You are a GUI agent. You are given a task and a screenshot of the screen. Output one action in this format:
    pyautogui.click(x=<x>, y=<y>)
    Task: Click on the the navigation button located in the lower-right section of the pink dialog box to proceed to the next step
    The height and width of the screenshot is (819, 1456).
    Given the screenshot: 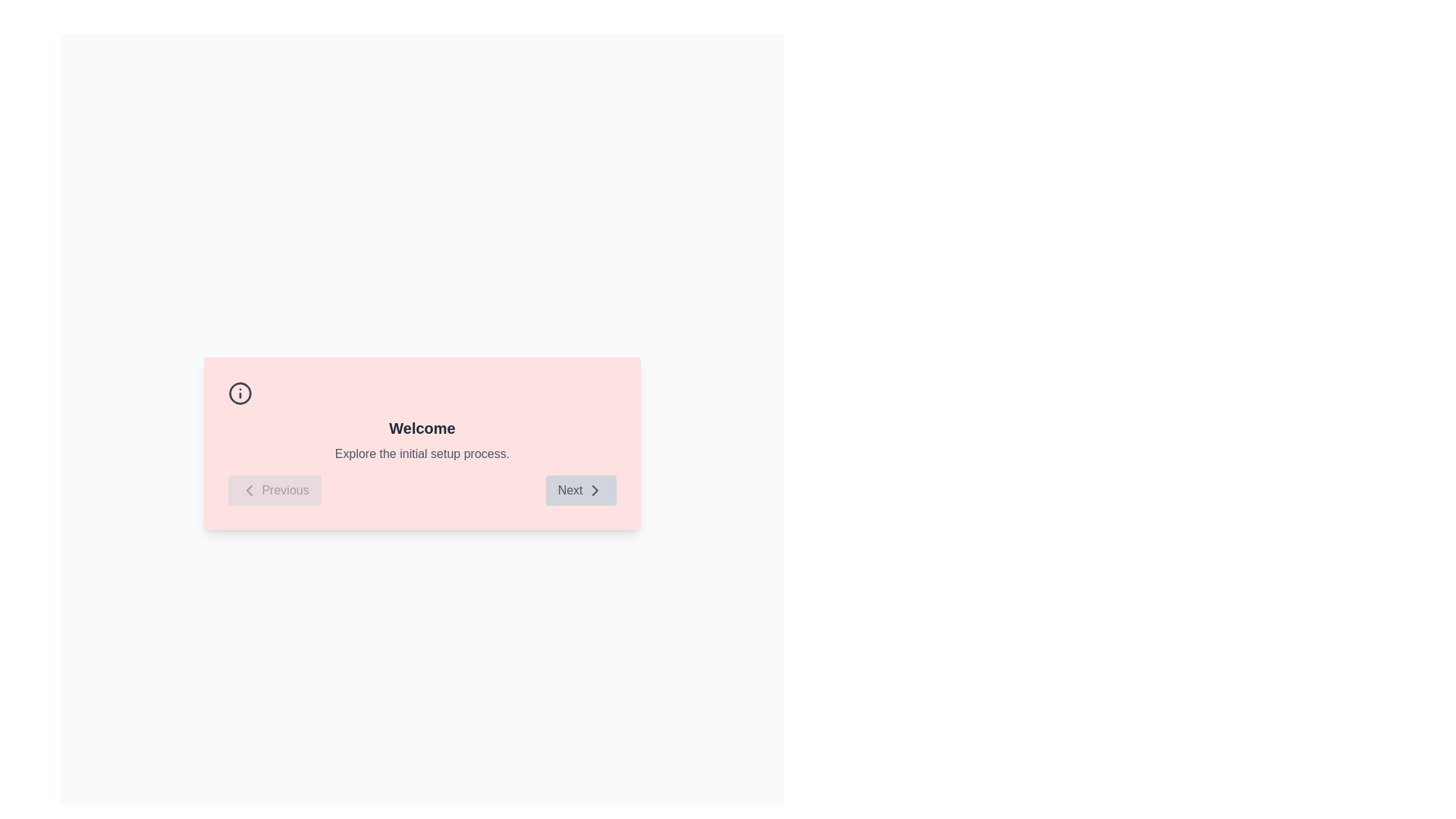 What is the action you would take?
    pyautogui.click(x=580, y=491)
    